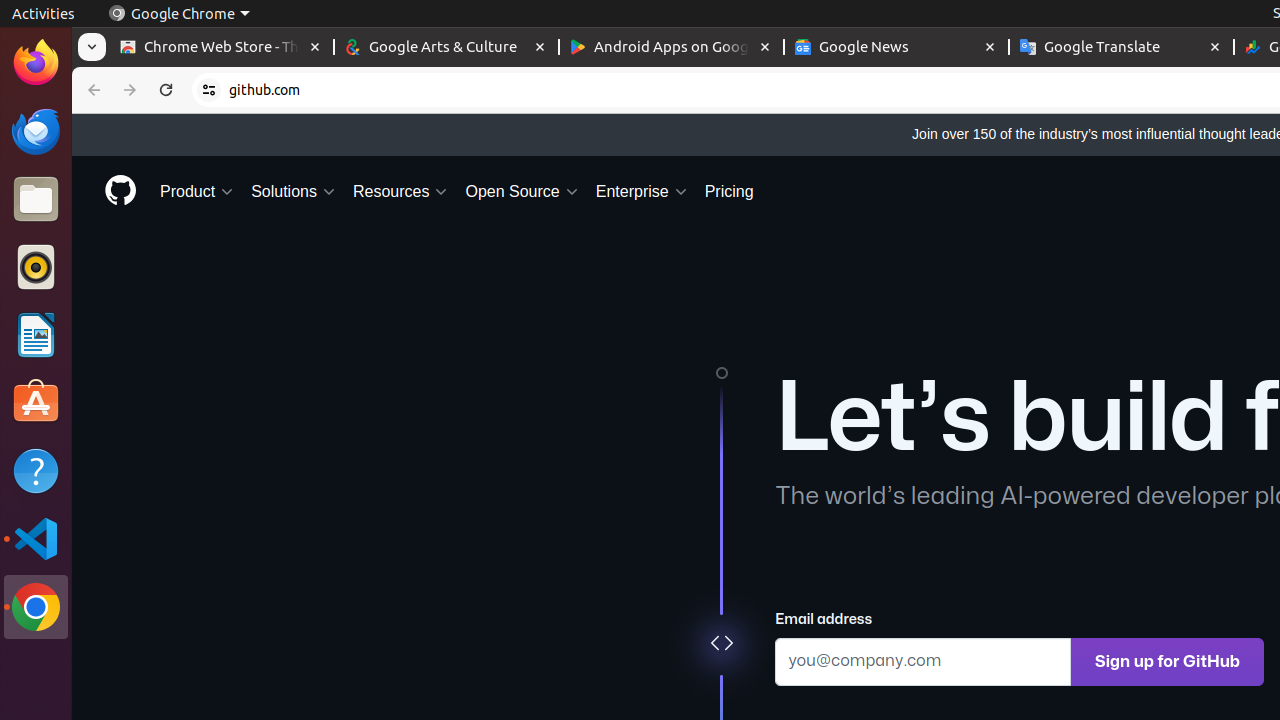  Describe the element at coordinates (35, 265) in the screenshot. I see `'Rhythmbox'` at that location.